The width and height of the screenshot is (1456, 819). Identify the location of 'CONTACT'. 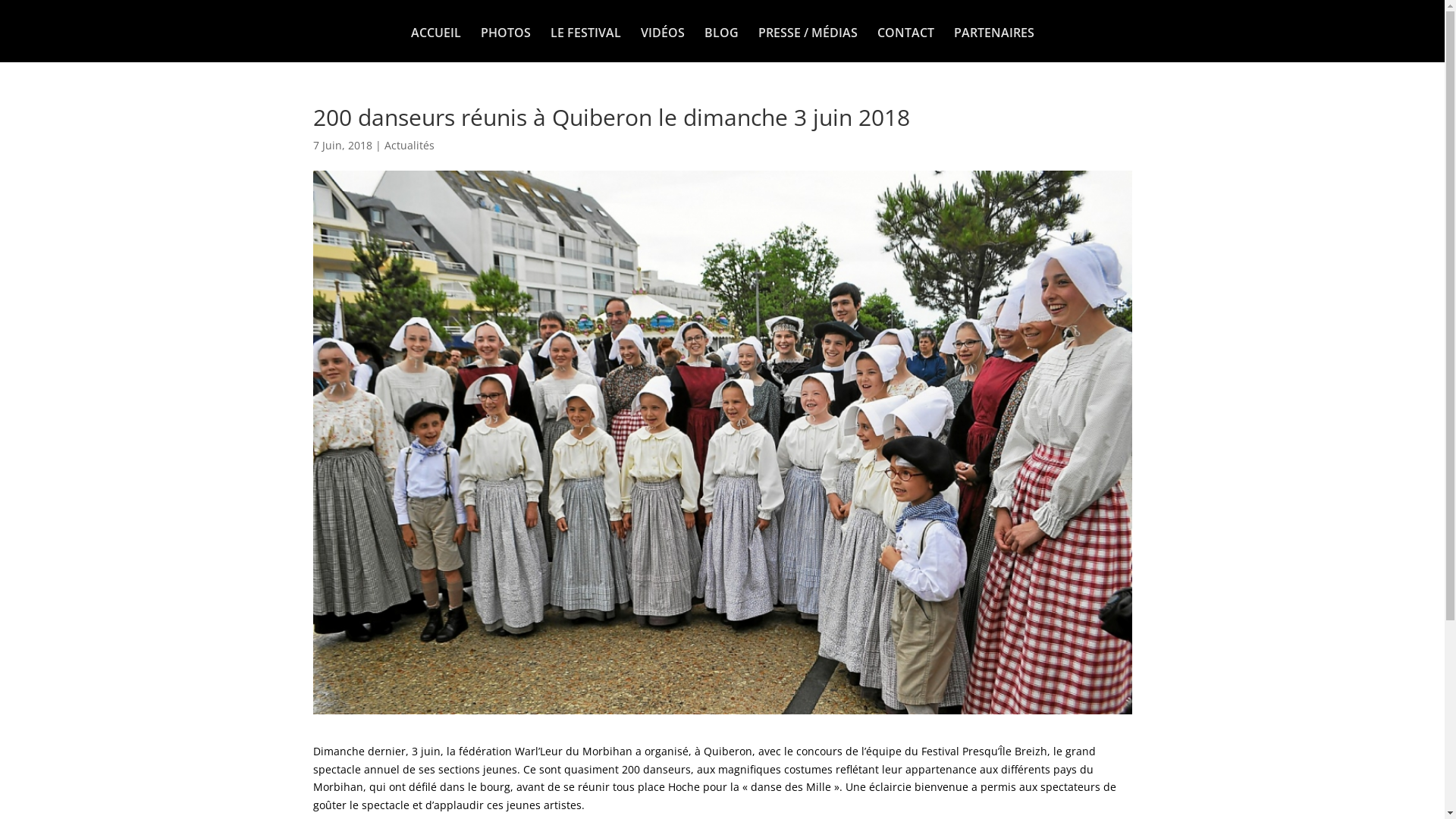
(877, 43).